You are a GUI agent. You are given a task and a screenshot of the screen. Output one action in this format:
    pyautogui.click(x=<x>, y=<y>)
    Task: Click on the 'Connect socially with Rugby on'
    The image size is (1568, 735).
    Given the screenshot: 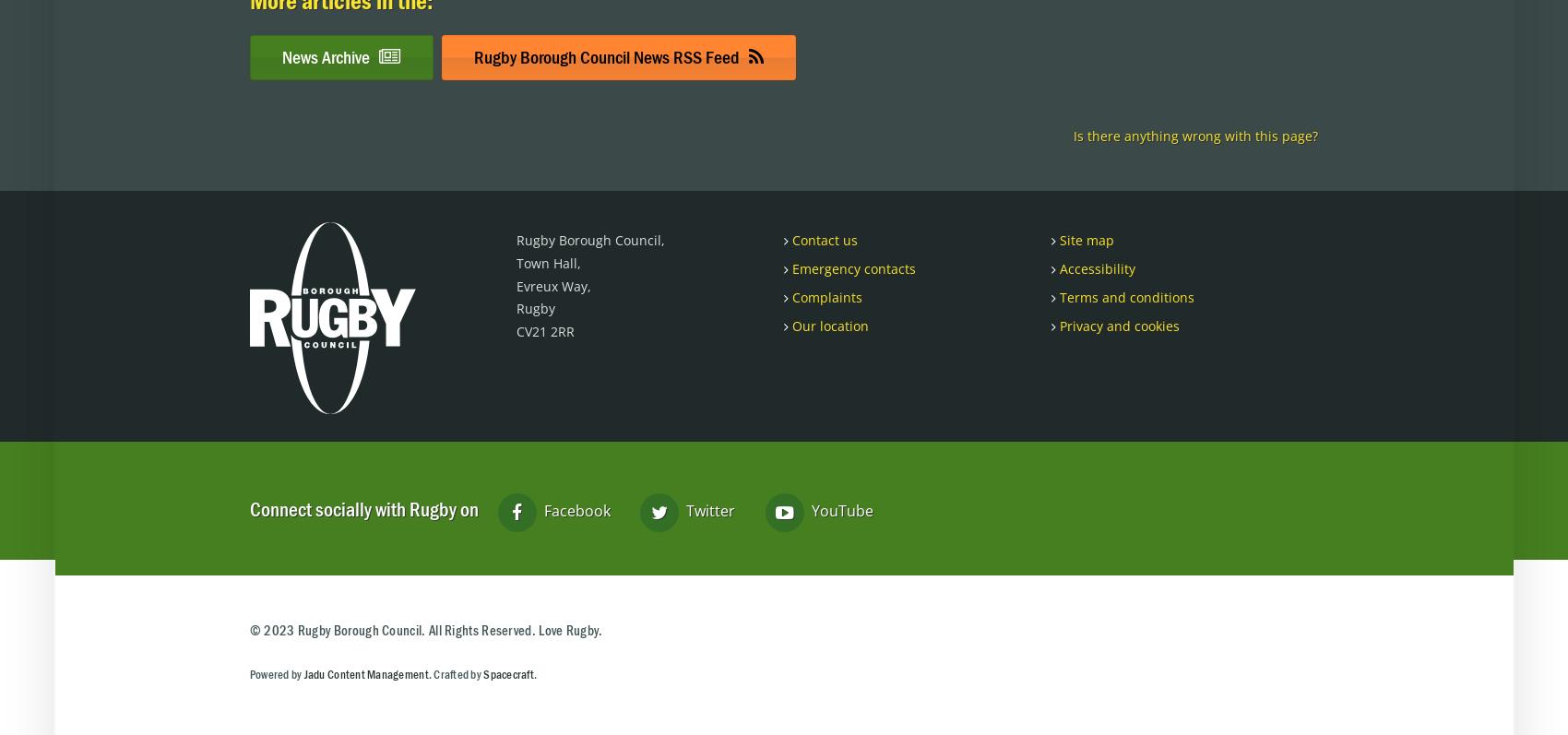 What is the action you would take?
    pyautogui.click(x=362, y=509)
    